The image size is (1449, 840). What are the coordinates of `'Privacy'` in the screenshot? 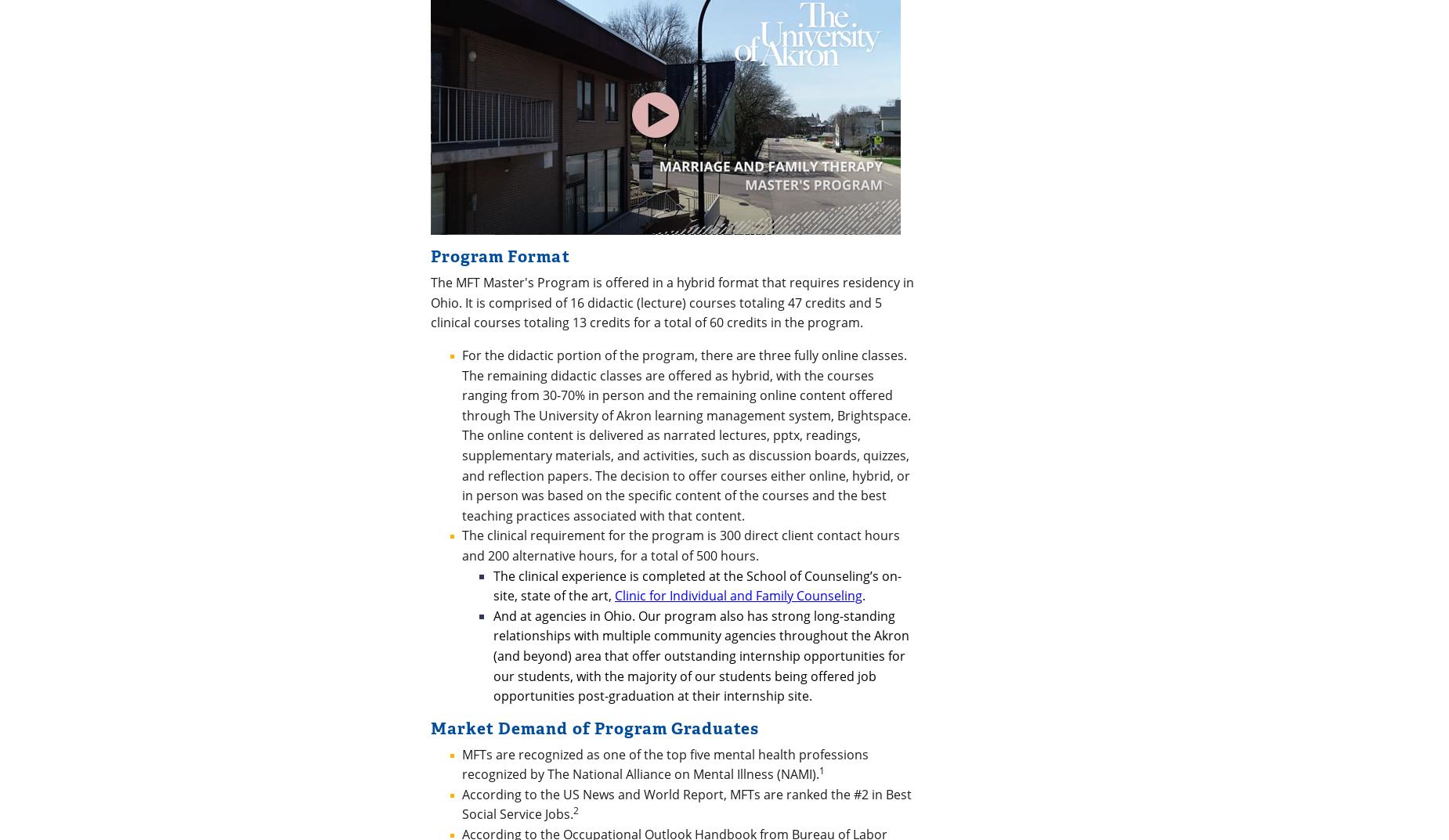 It's located at (513, 654).